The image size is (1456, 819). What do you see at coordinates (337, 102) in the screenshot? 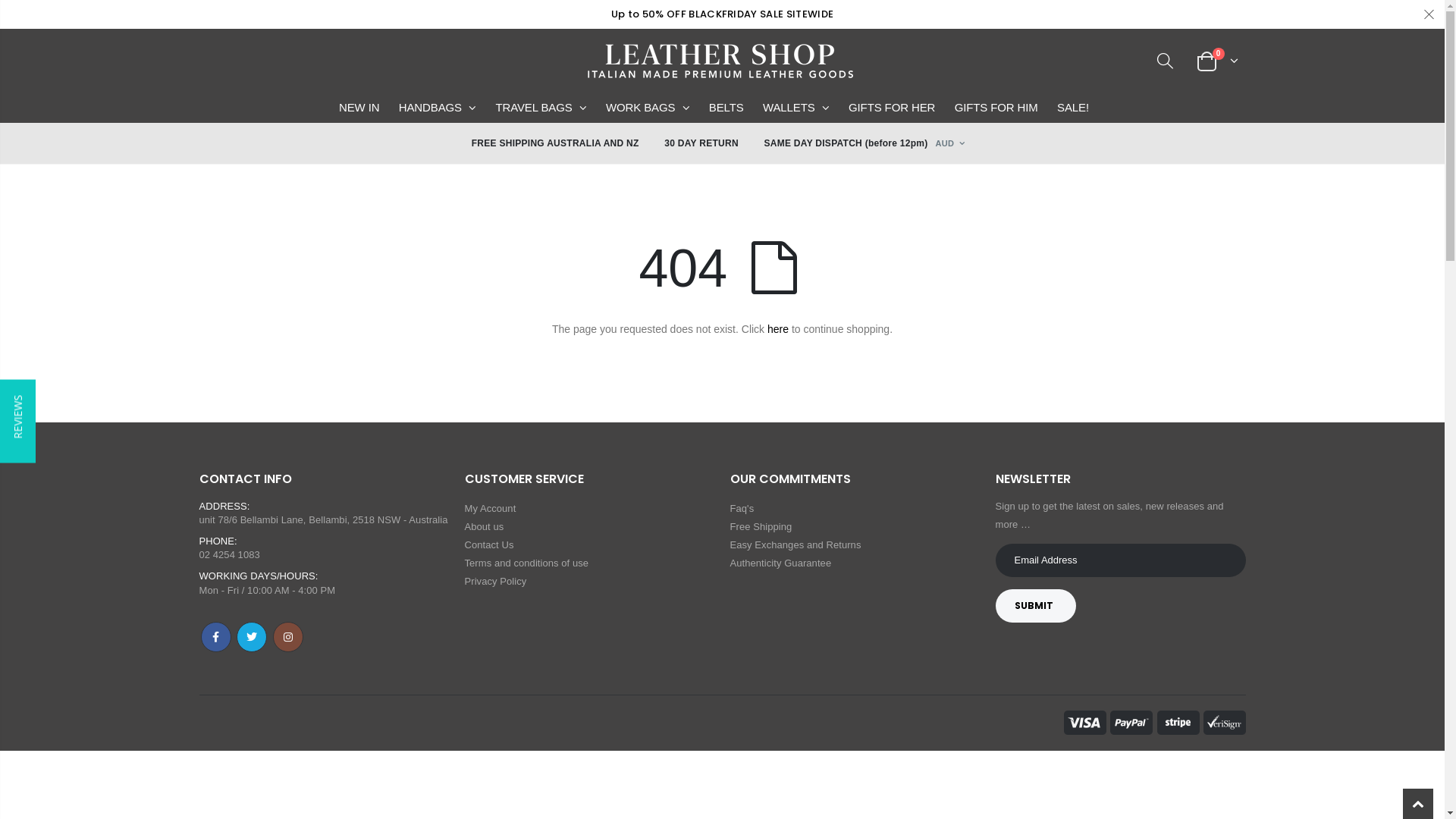
I see `'NEW IN'` at bounding box center [337, 102].